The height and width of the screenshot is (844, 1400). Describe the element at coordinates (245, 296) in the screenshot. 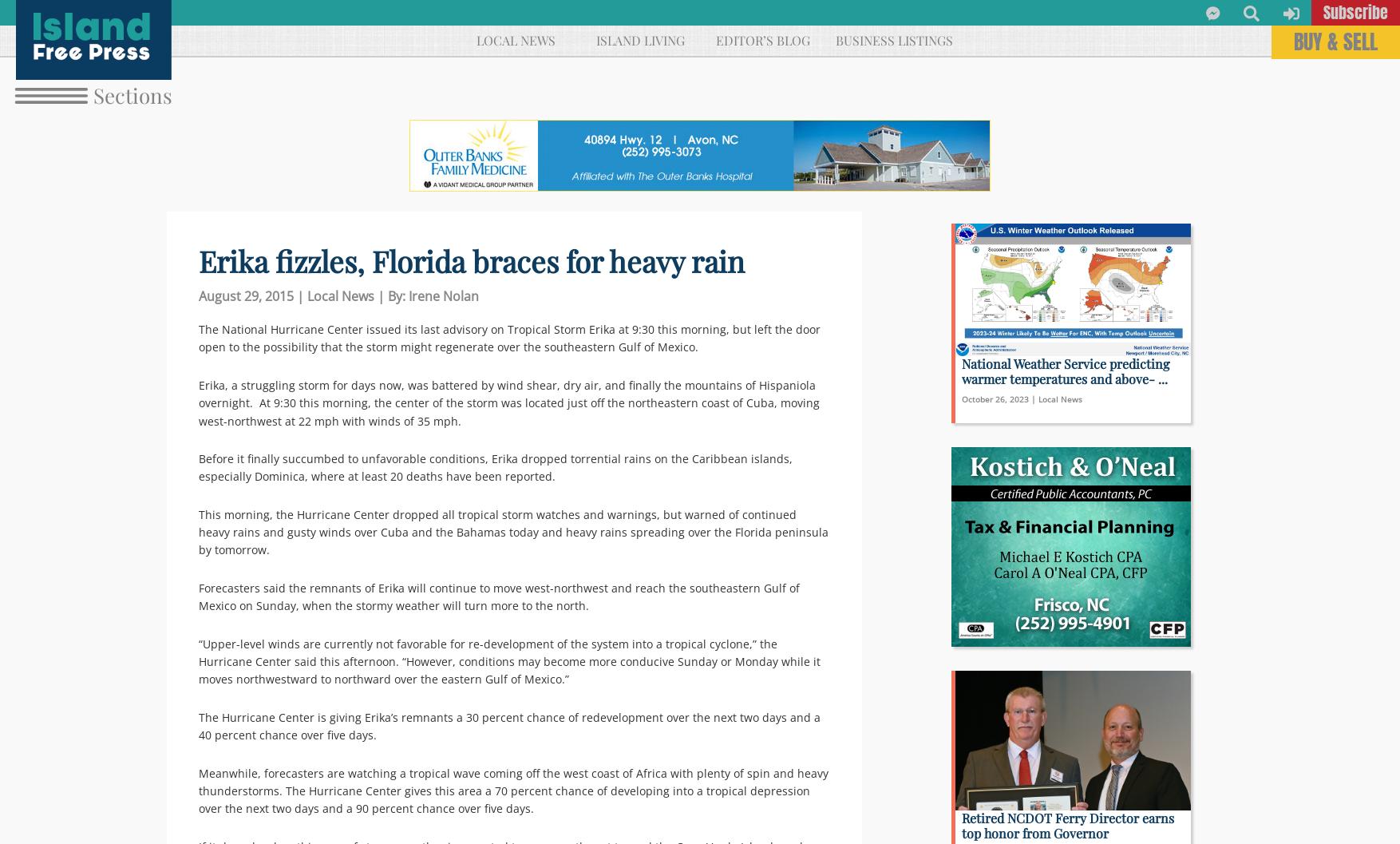

I see `'August 29, 2015'` at that location.